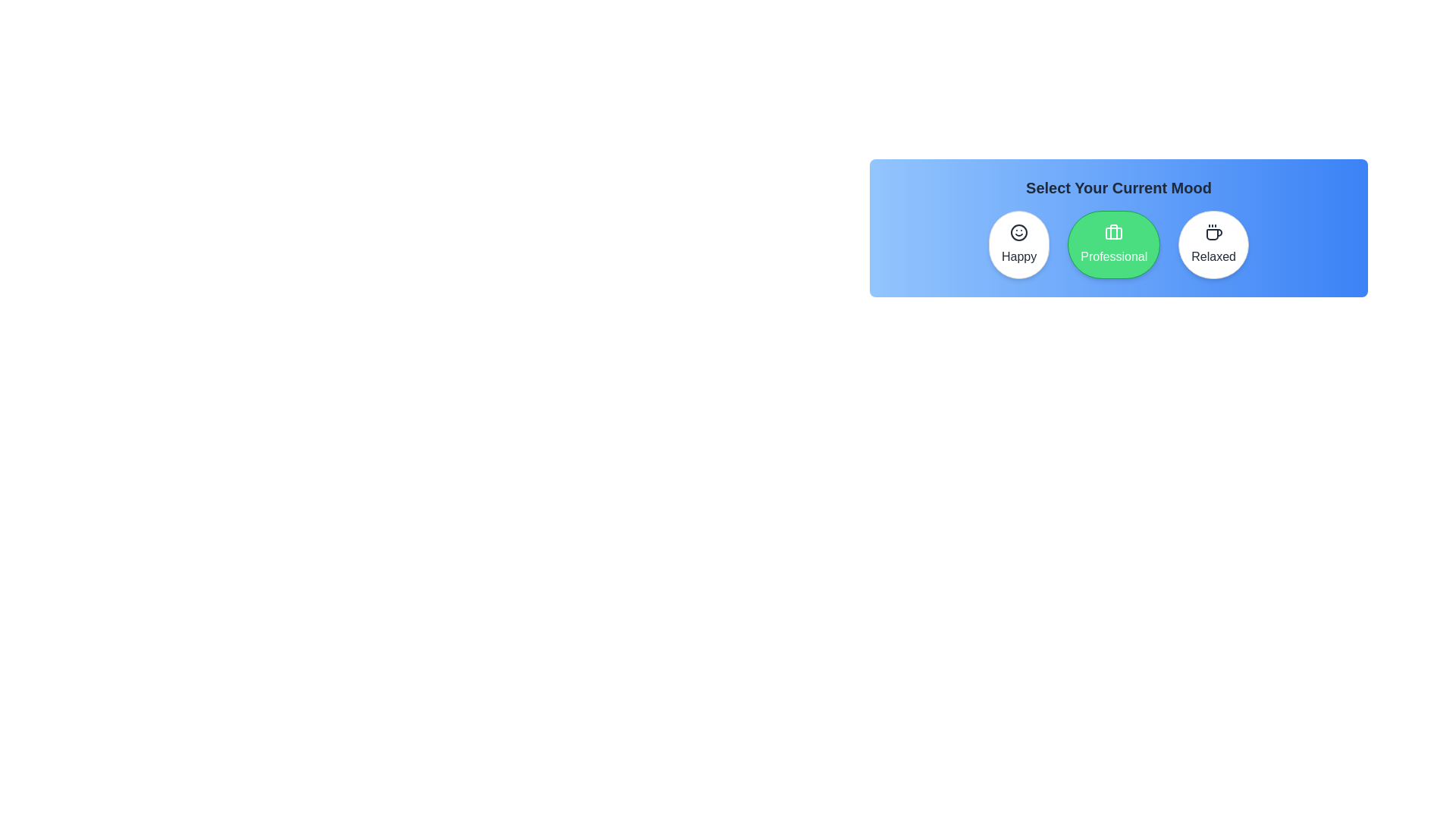 The width and height of the screenshot is (1456, 819). Describe the element at coordinates (1019, 244) in the screenshot. I see `the mood button labeled Happy` at that location.